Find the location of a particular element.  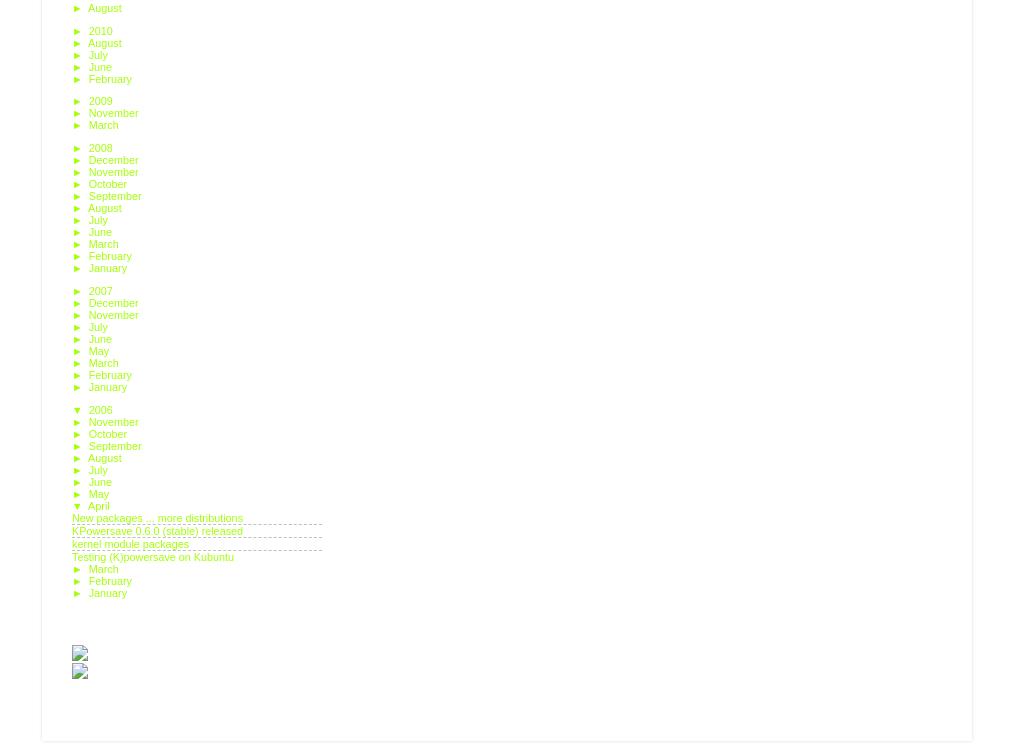

'Posts' is located at coordinates (105, 655).